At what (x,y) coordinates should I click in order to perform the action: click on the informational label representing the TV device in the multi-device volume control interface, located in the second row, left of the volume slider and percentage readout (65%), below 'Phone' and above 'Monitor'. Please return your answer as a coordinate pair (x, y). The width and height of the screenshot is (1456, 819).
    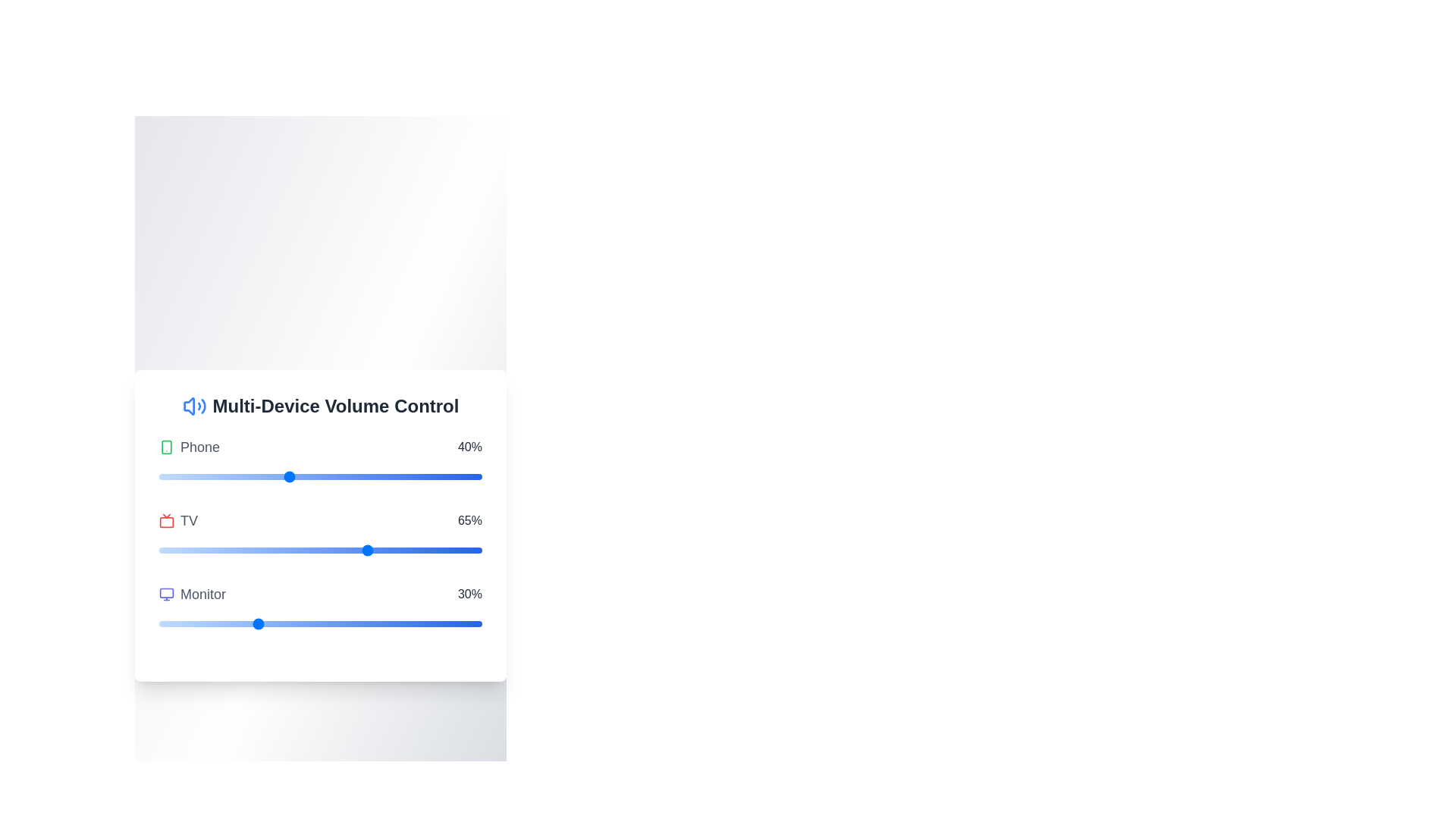
    Looking at the image, I should click on (178, 519).